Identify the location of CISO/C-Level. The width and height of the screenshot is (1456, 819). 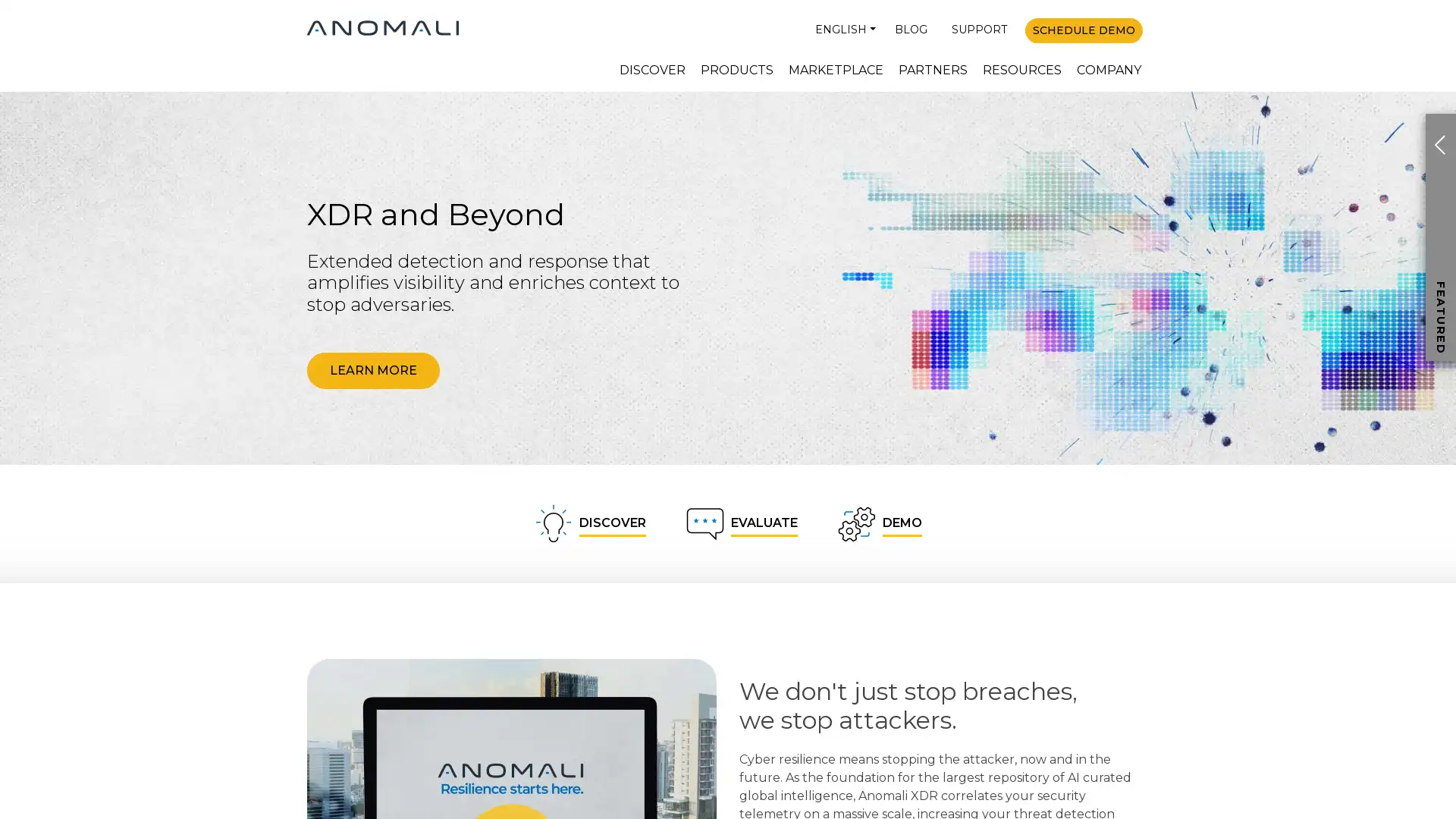
(1342, 375).